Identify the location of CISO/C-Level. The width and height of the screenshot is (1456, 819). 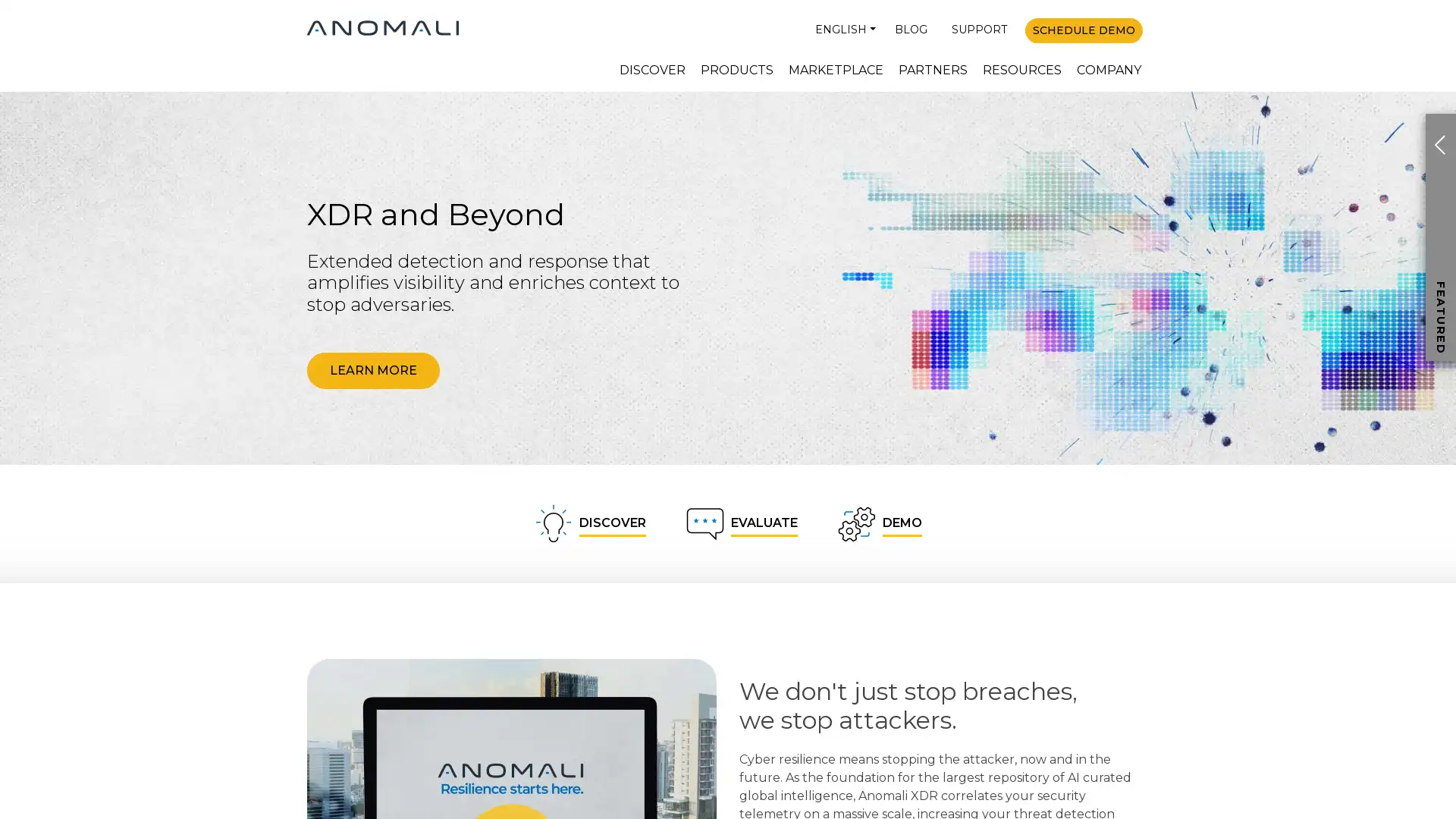
(1342, 375).